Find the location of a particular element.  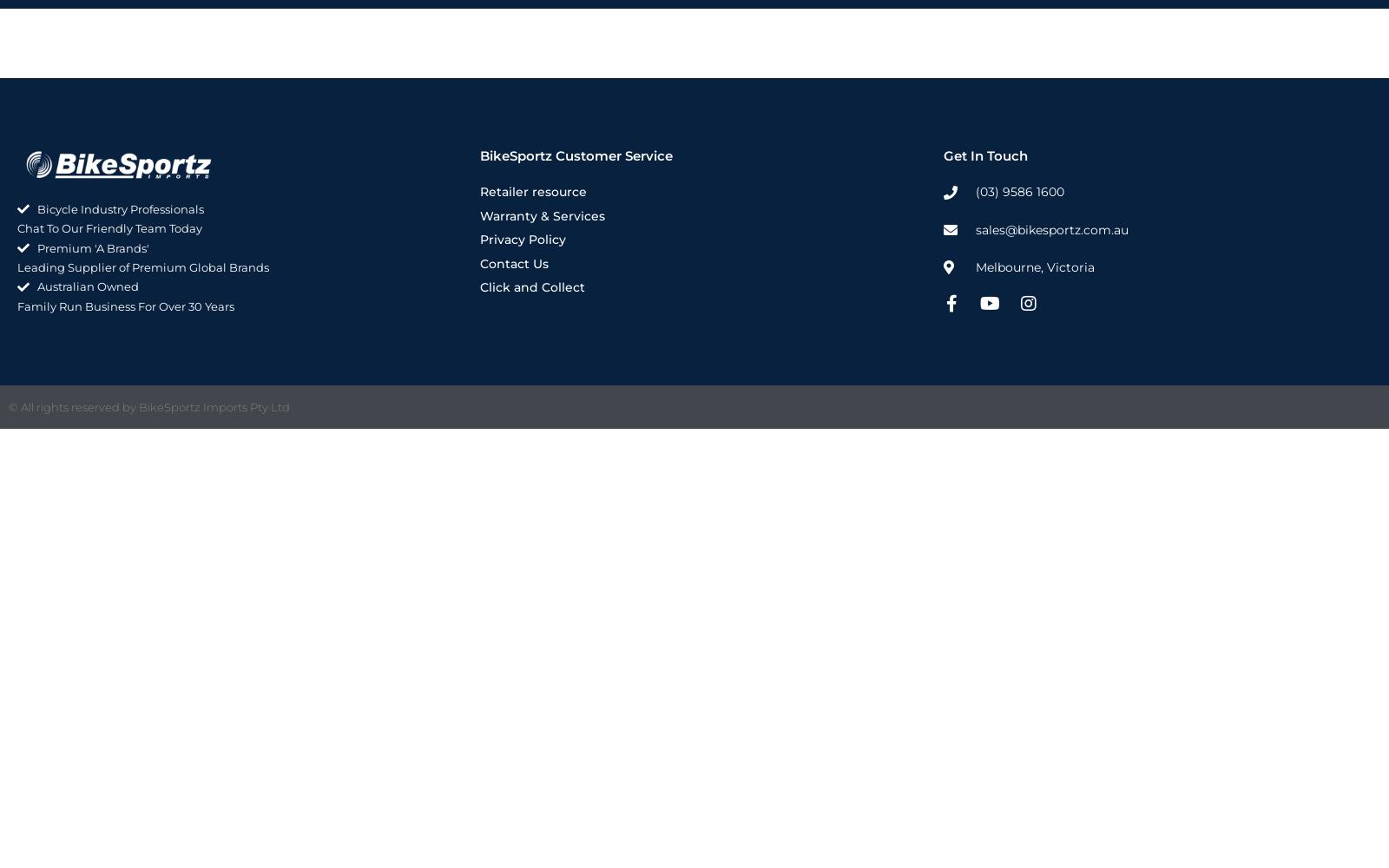

'Click and Collect' is located at coordinates (532, 286).